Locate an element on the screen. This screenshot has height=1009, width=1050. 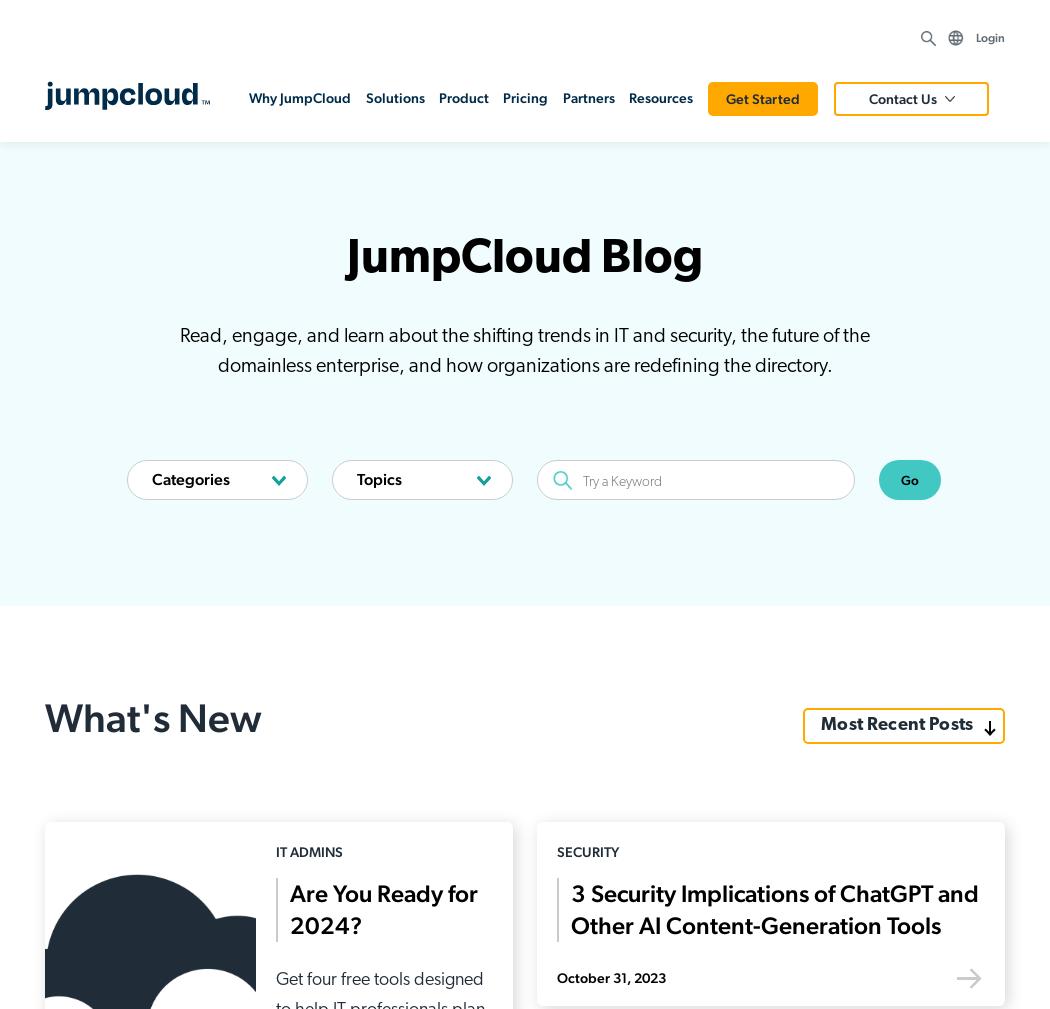
'How can we help? The JumpCloud Knowledge Base contains technical articles and how-to guides spanning the JumpCloud Directory Platform.' is located at coordinates (832, 925).